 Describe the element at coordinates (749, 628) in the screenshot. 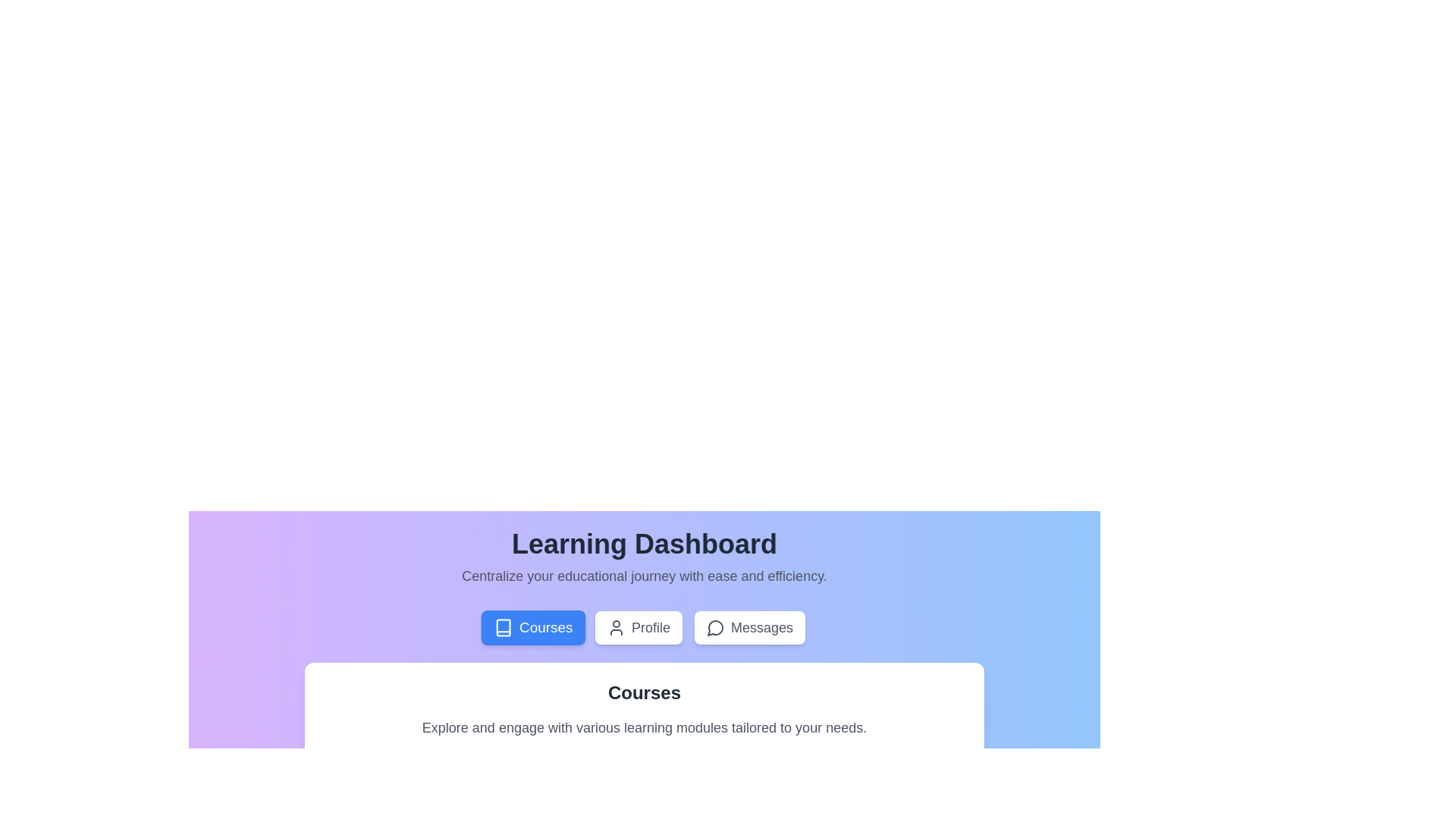

I see `the Messages tab to switch to its content` at that location.